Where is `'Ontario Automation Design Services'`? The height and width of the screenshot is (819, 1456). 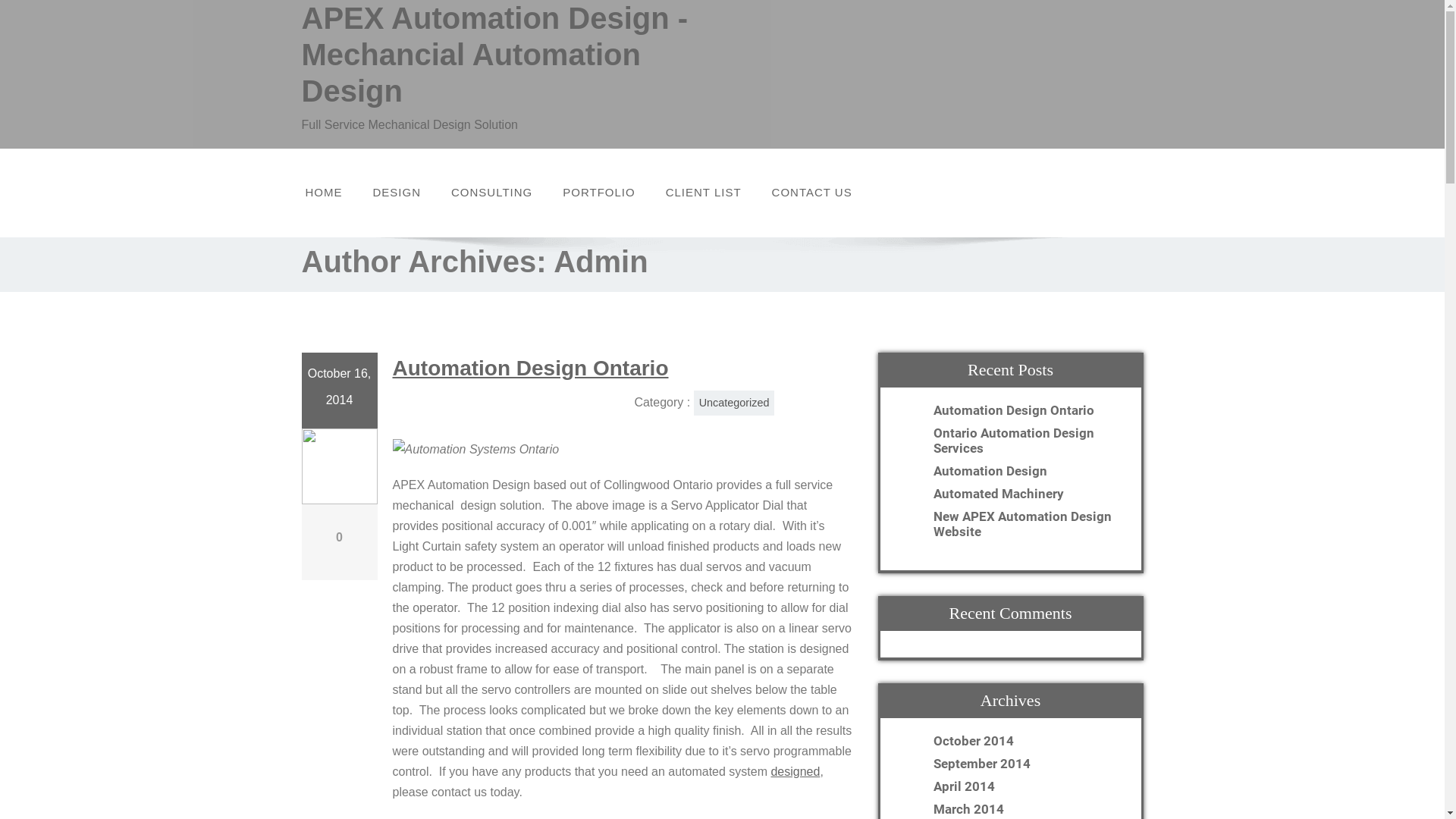
'Ontario Automation Design Services' is located at coordinates (924, 439).